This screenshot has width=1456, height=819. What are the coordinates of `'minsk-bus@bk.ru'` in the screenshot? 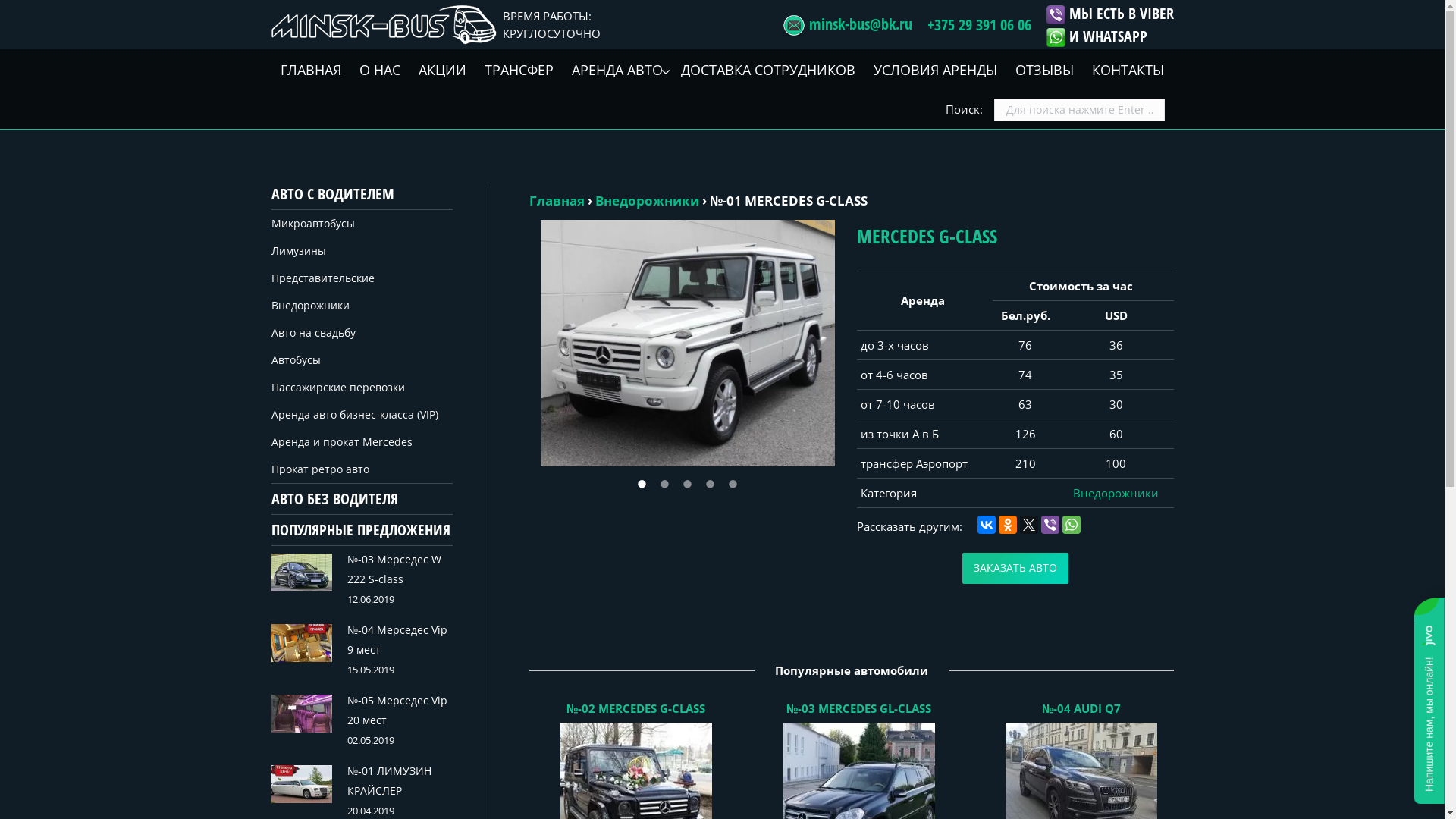 It's located at (859, 24).